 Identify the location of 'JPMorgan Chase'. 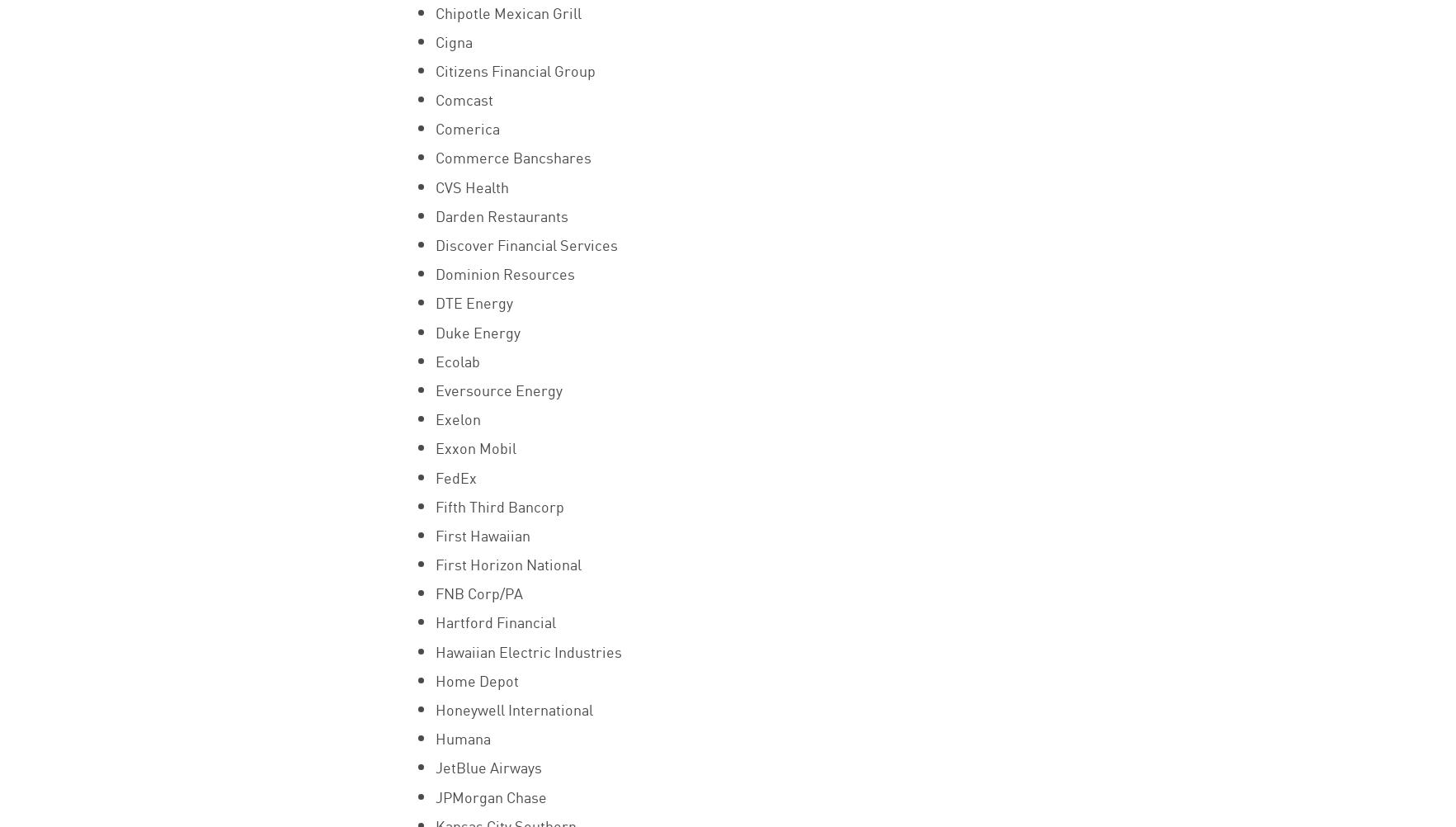
(489, 795).